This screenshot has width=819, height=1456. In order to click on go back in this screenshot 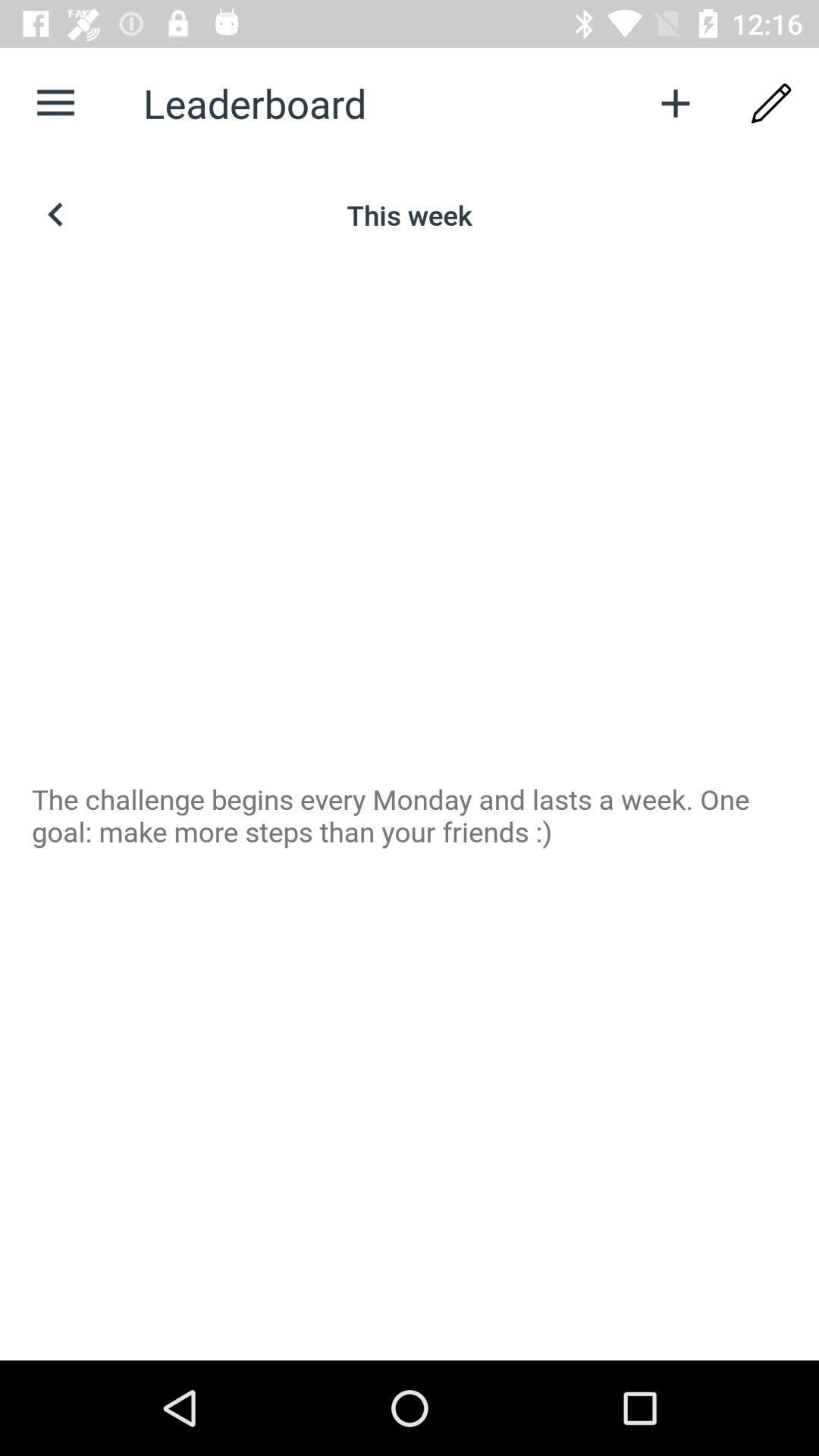, I will do `click(55, 214)`.